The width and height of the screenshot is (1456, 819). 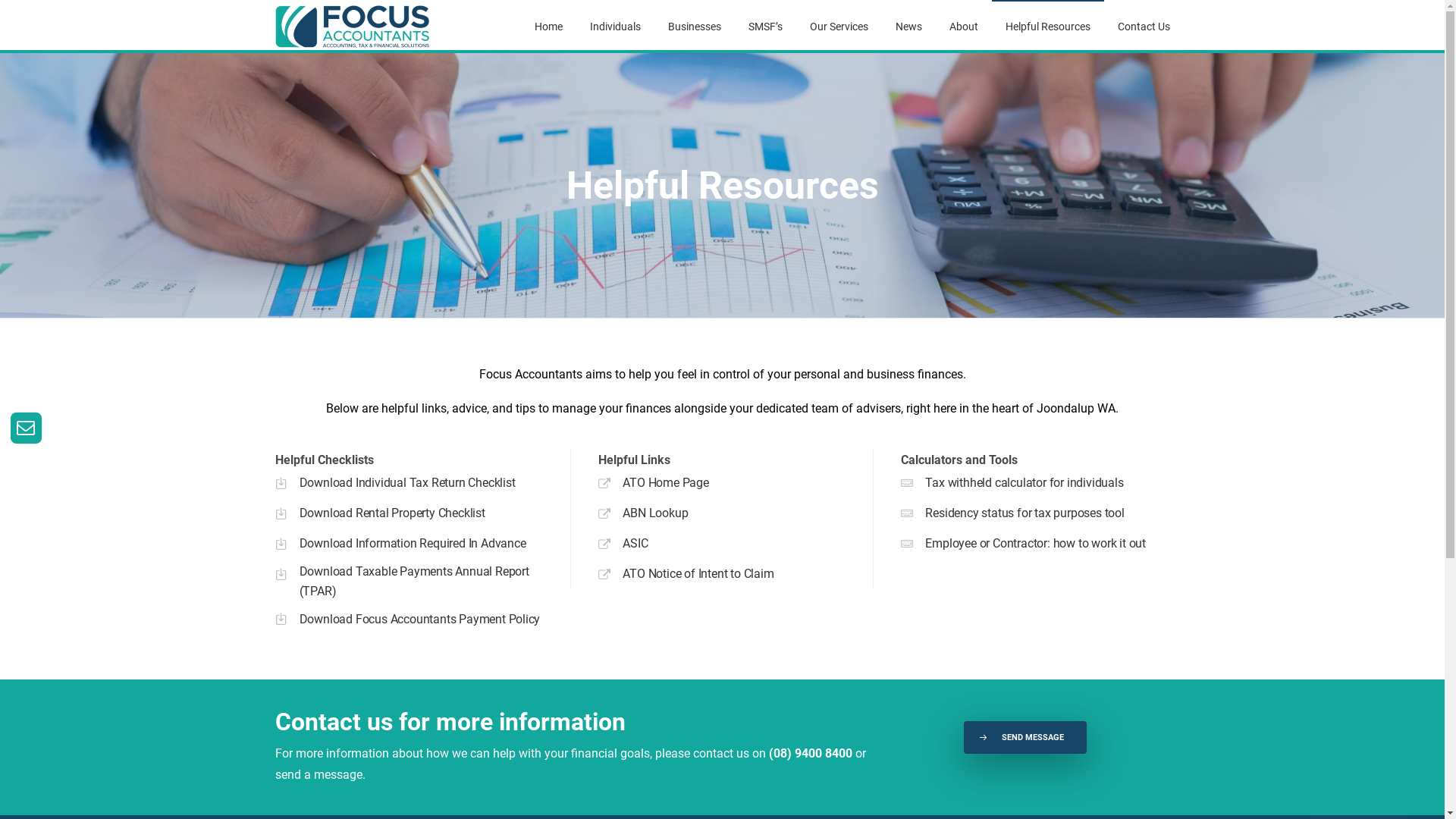 I want to click on 'SEND MESSAGE', so click(x=963, y=736).